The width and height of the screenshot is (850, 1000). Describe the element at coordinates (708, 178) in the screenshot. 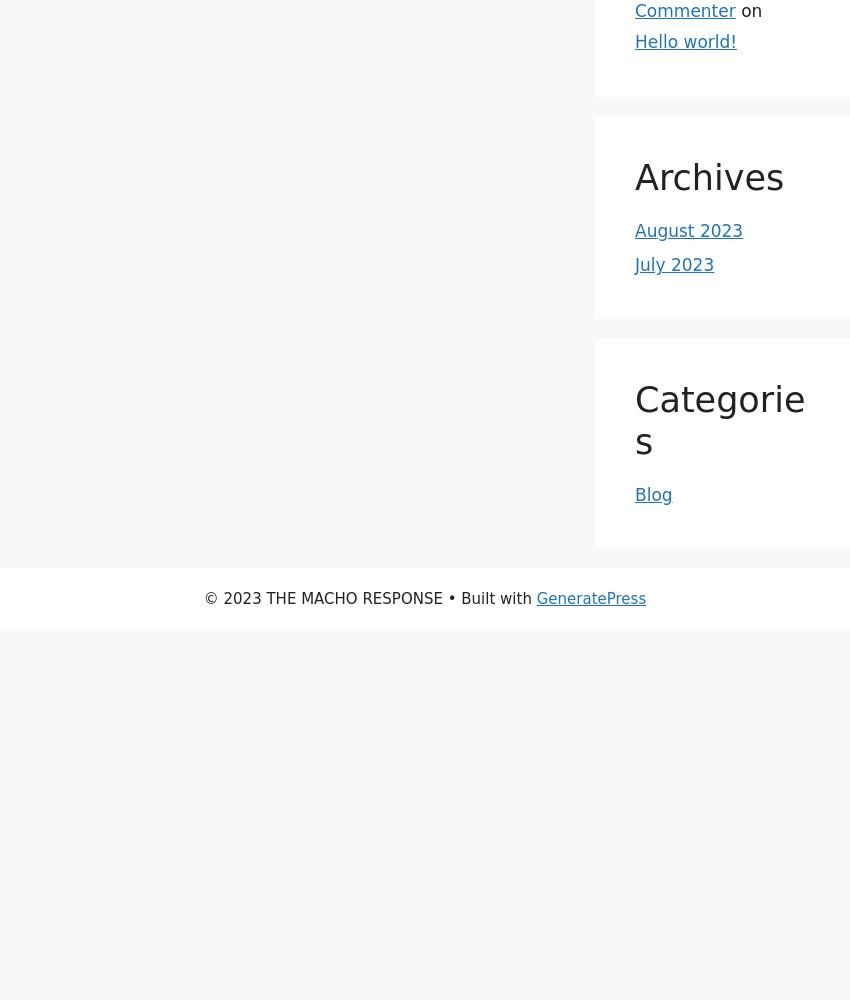

I see `'Archives'` at that location.